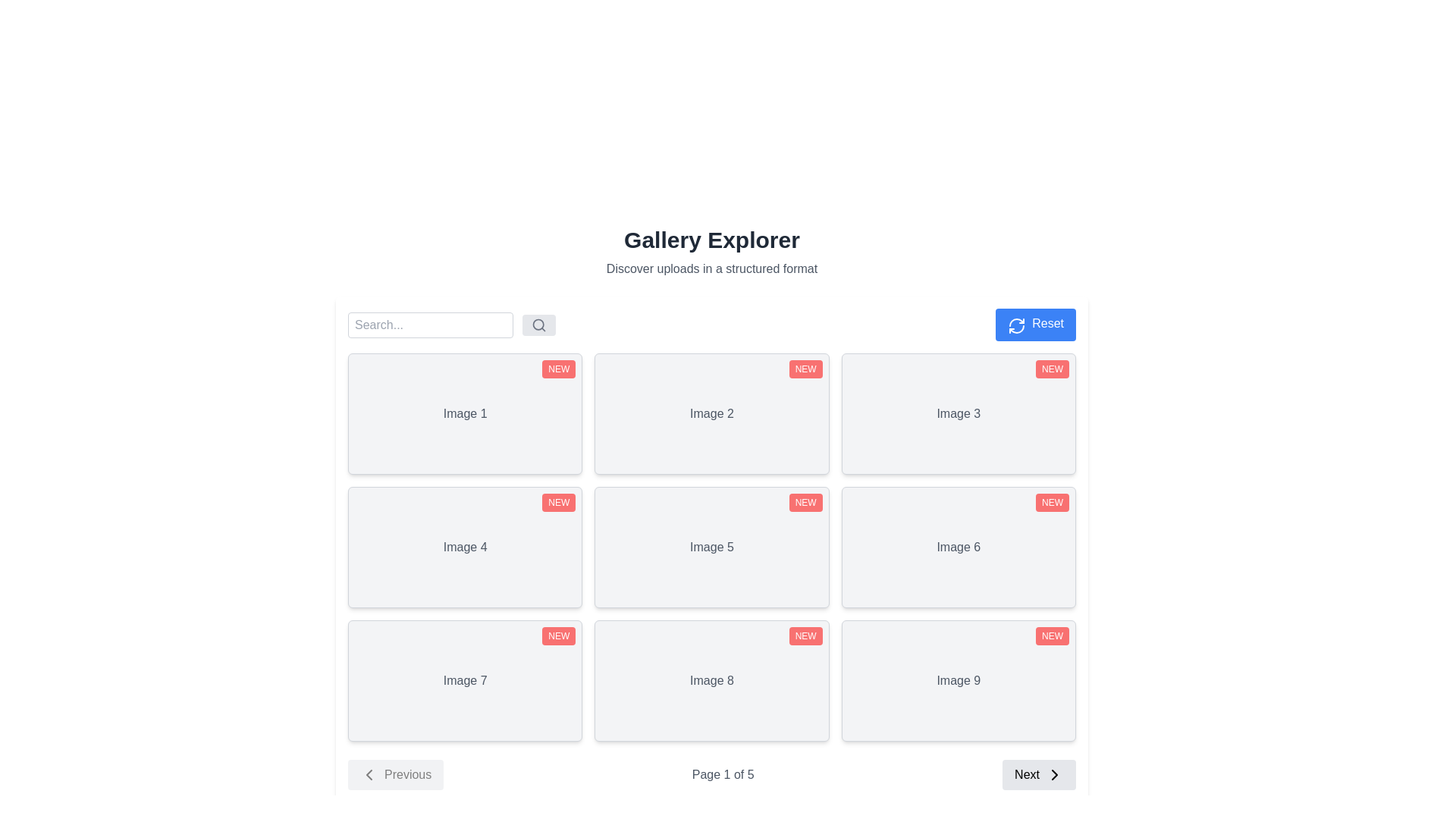  Describe the element at coordinates (958, 414) in the screenshot. I see `the text label displaying 'Image 3', which is centrally positioned in the third tile of the first row in a gallery interface` at that location.